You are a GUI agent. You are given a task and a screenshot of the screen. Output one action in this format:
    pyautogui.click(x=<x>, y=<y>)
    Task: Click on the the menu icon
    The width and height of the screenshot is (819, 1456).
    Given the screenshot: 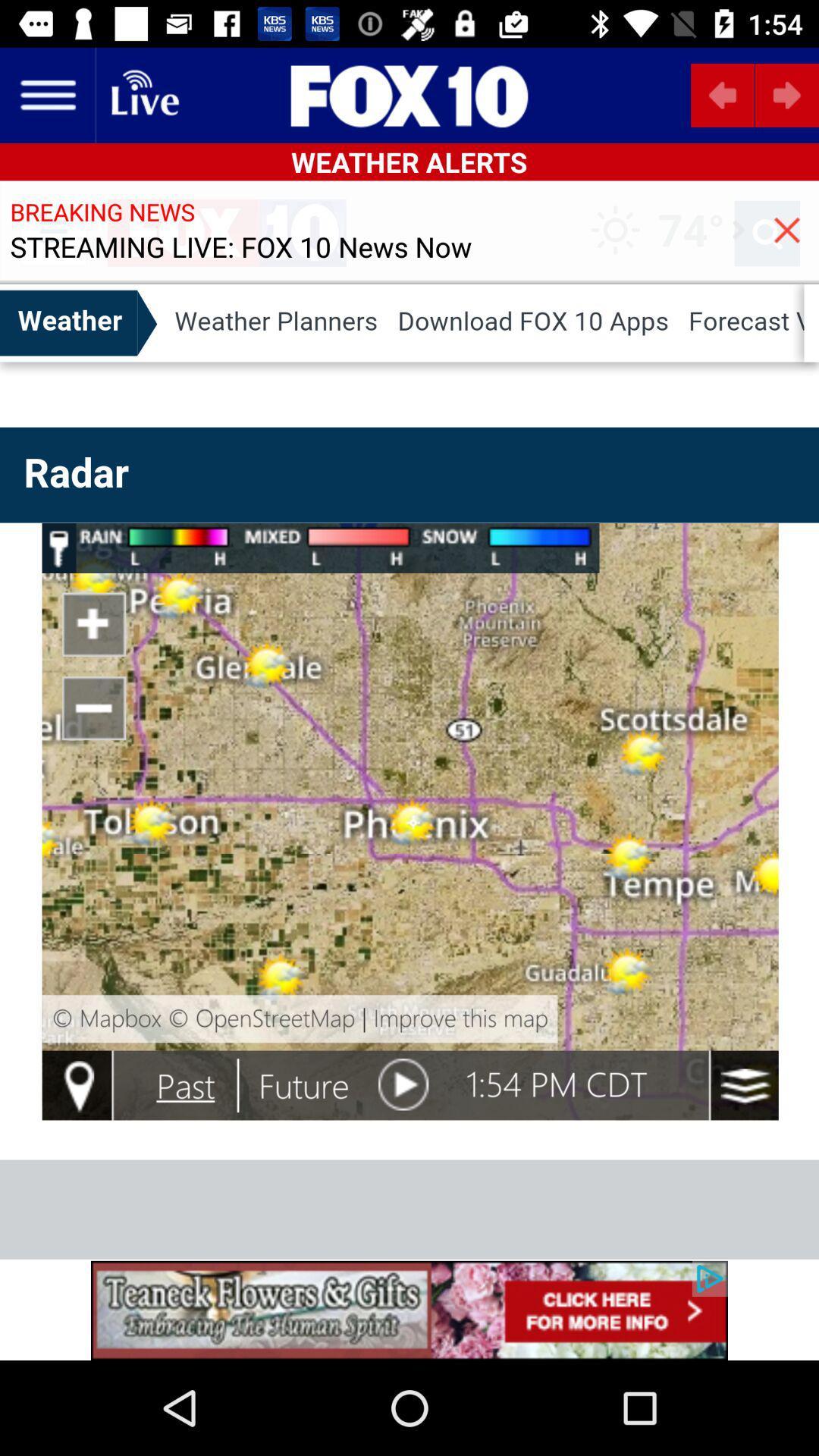 What is the action you would take?
    pyautogui.click(x=46, y=94)
    